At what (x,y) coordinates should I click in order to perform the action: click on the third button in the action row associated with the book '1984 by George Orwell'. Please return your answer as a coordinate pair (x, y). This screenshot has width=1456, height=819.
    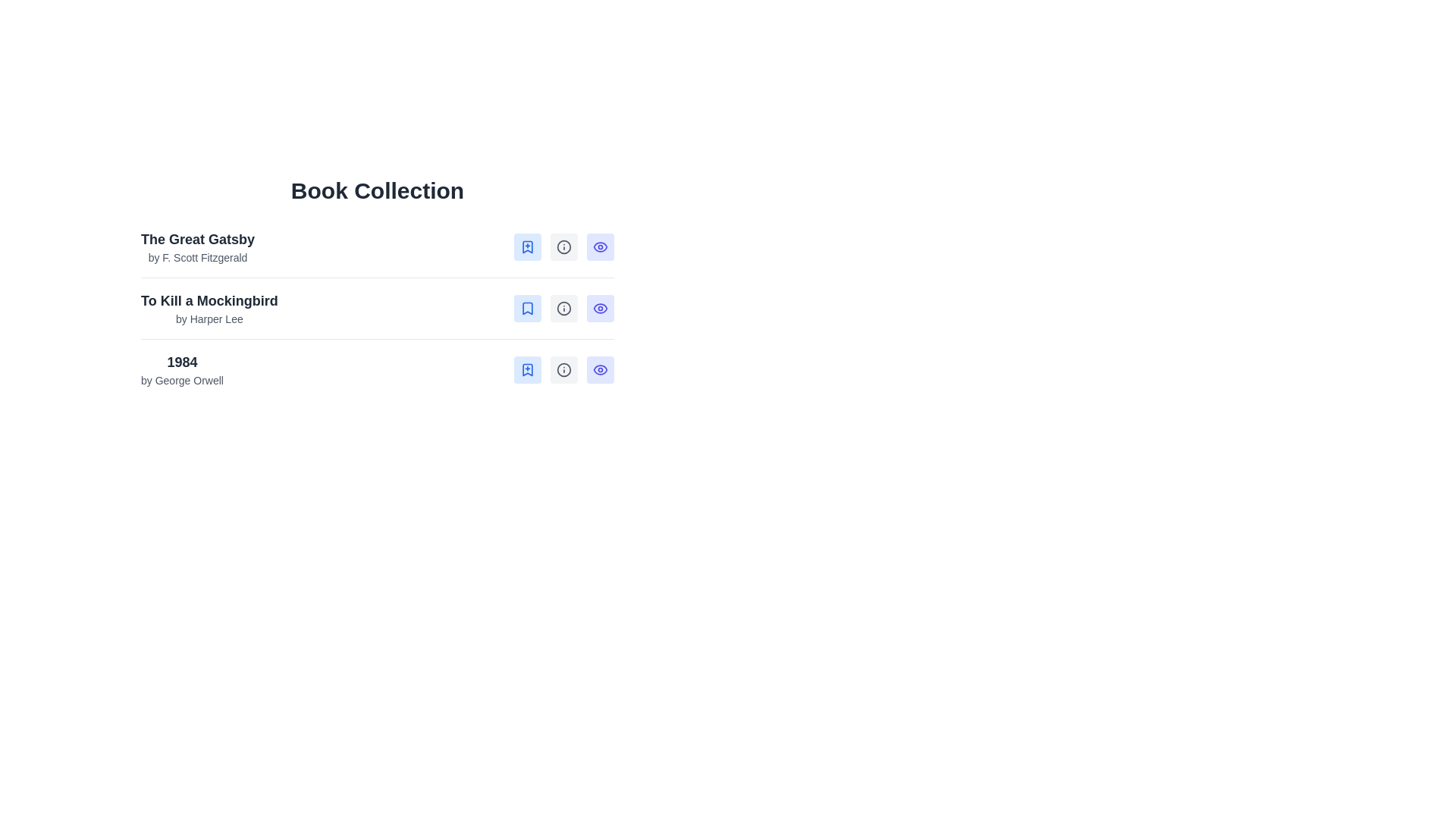
    Looking at the image, I should click on (600, 308).